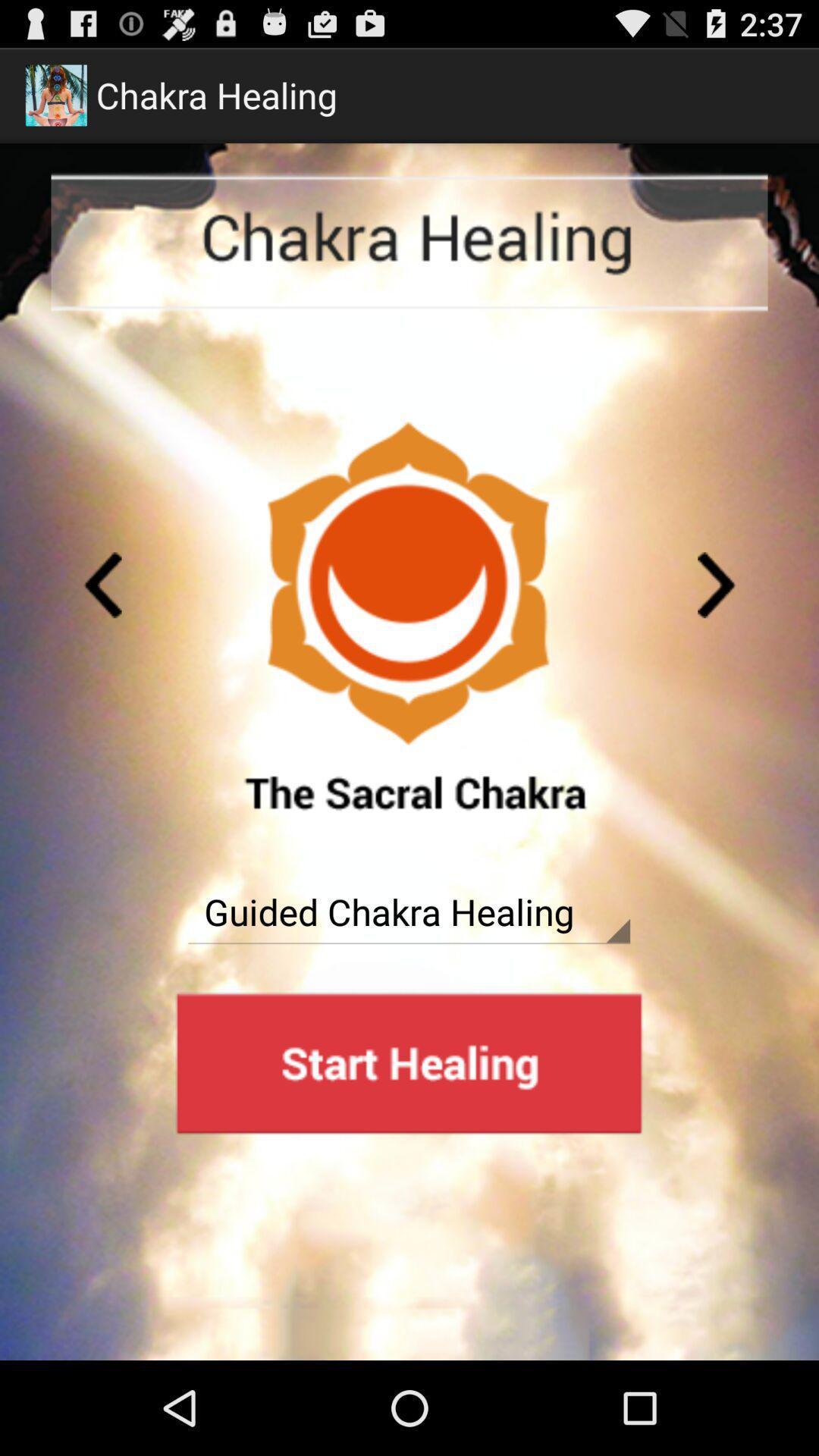  Describe the element at coordinates (717, 584) in the screenshot. I see `goto next` at that location.